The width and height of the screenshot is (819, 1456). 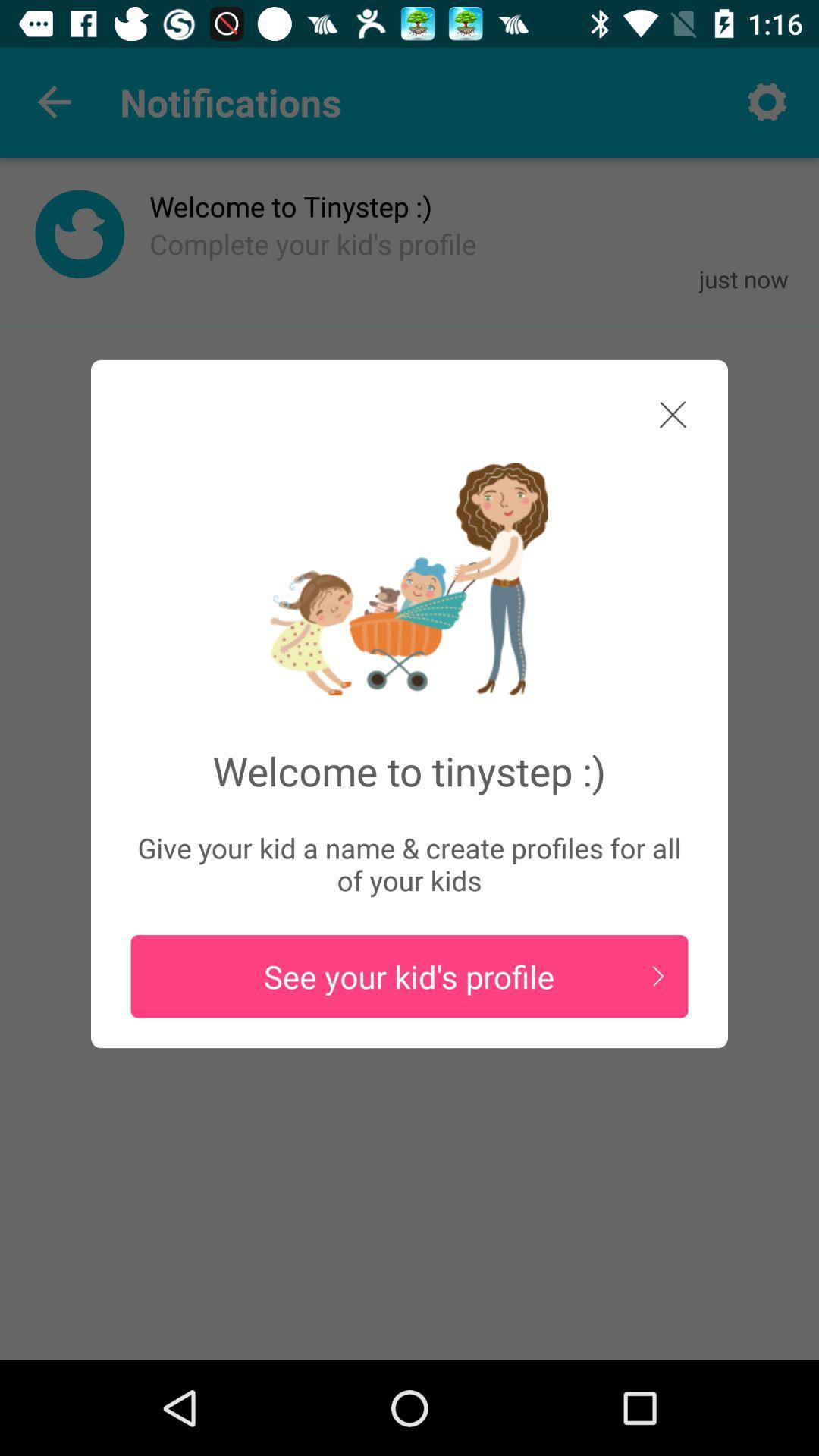 I want to click on window, so click(x=657, y=419).